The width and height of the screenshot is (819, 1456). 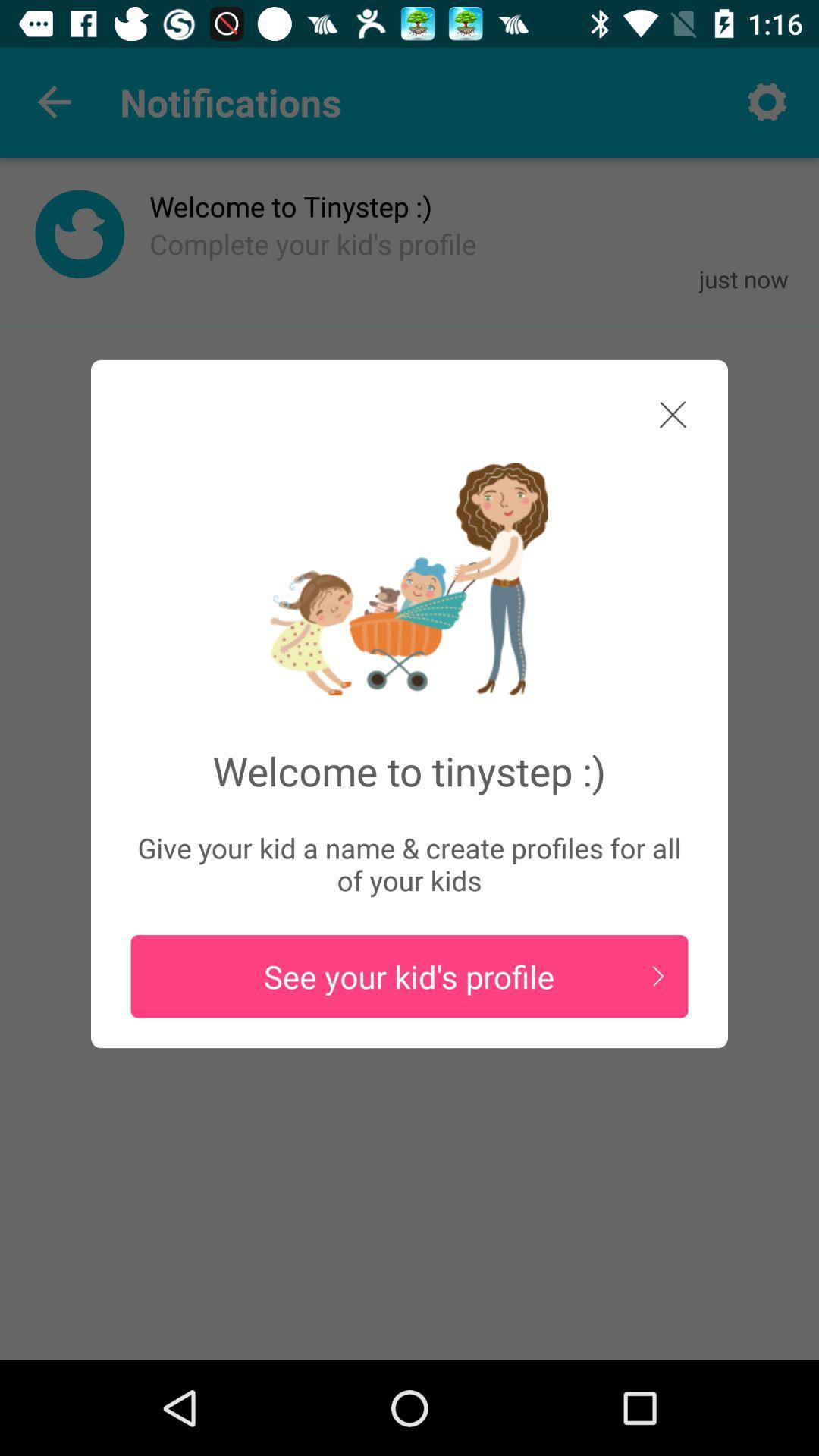 I want to click on window, so click(x=657, y=419).